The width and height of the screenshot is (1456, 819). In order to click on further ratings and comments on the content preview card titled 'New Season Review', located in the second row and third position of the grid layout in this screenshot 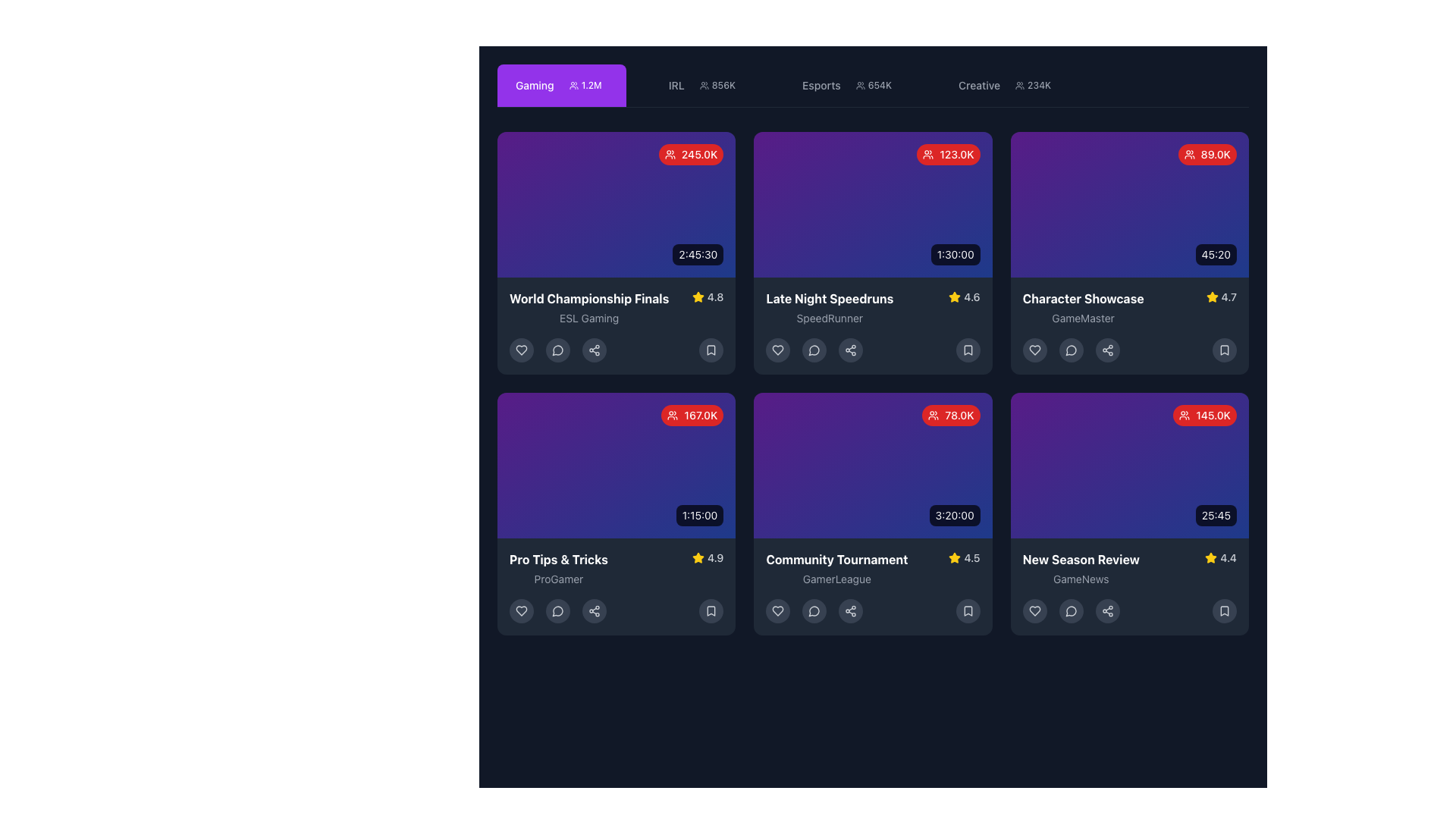, I will do `click(1129, 513)`.